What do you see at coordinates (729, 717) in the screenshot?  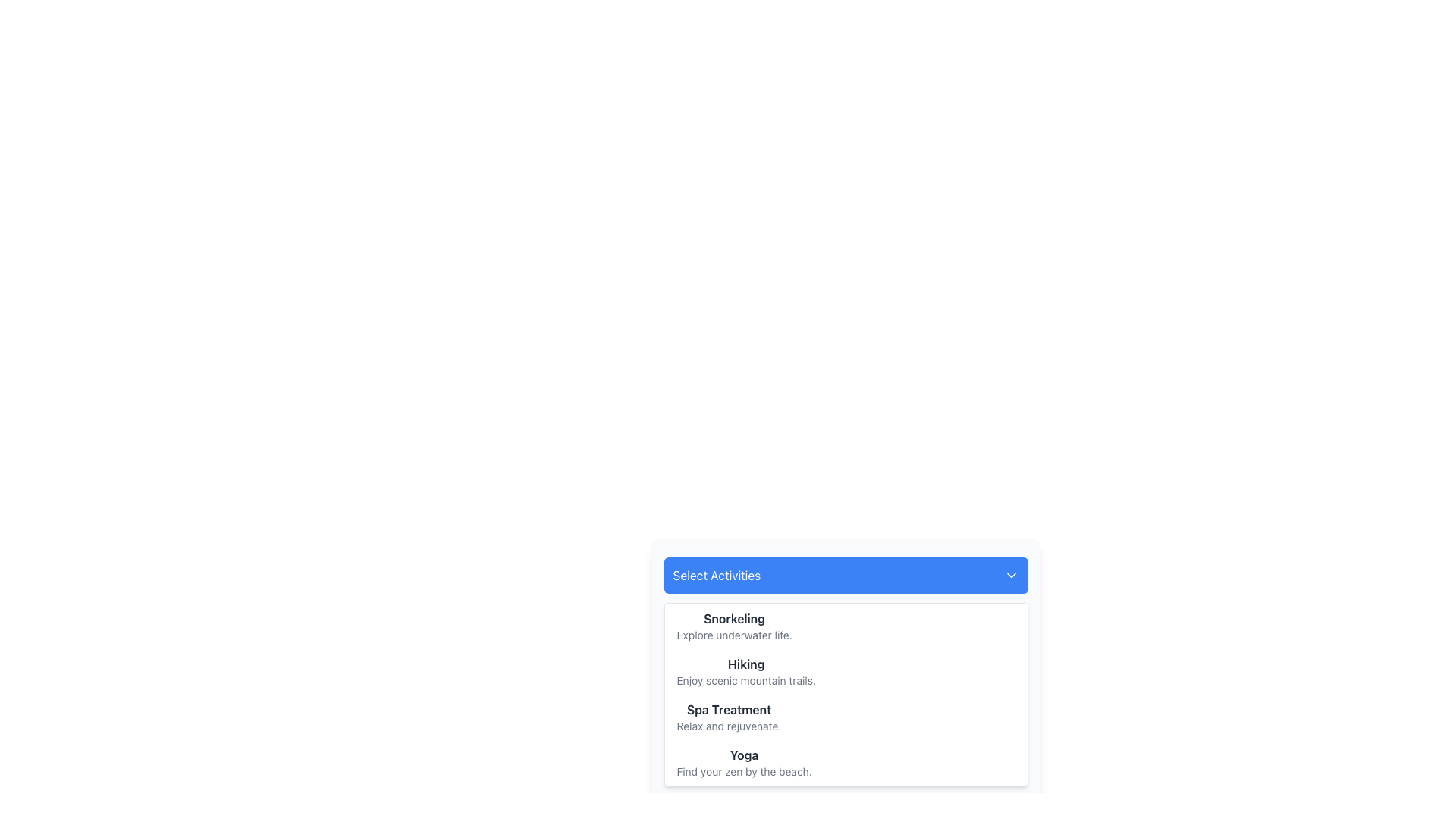 I see `text from the third option in the selectable menu under 'Select Activities', which displays 'Spa Treatment' and 'Relax and rejuvenate.'` at bounding box center [729, 717].